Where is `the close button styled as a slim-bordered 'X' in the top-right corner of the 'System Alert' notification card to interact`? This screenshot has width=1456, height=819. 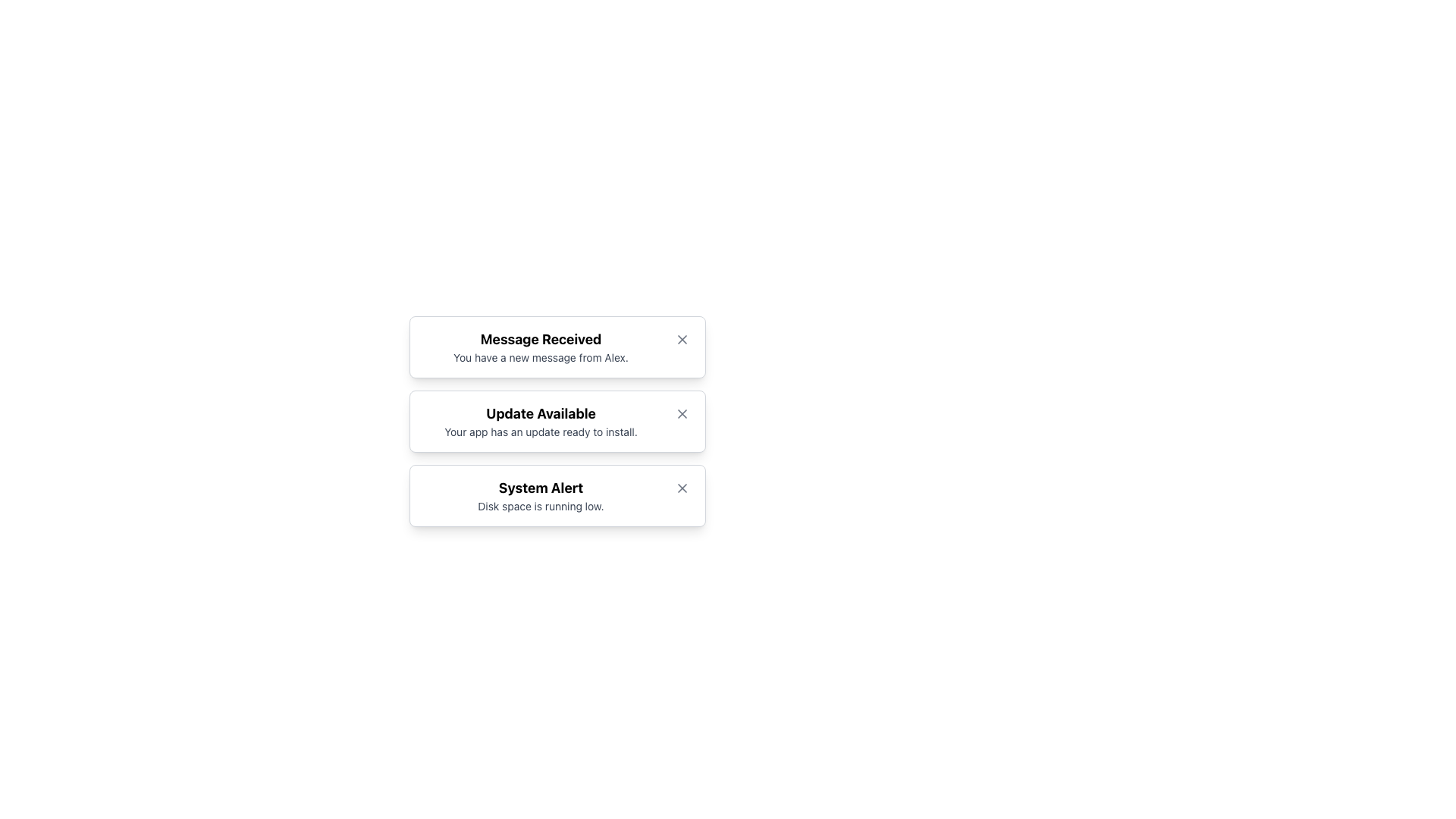
the close button styled as a slim-bordered 'X' in the top-right corner of the 'System Alert' notification card to interact is located at coordinates (682, 488).